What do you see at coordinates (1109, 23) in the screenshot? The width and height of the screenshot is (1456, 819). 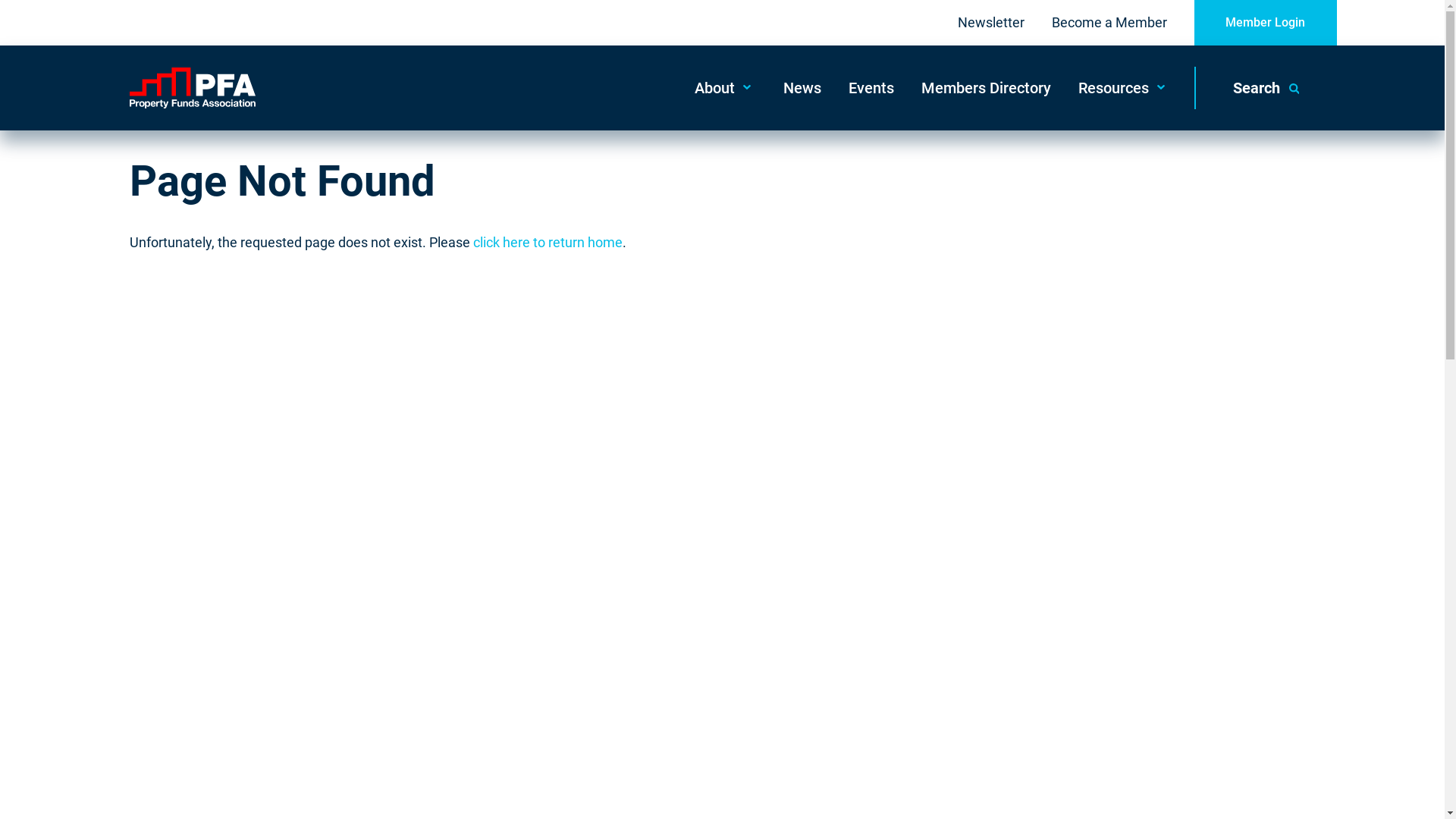 I see `'Become a Member'` at bounding box center [1109, 23].